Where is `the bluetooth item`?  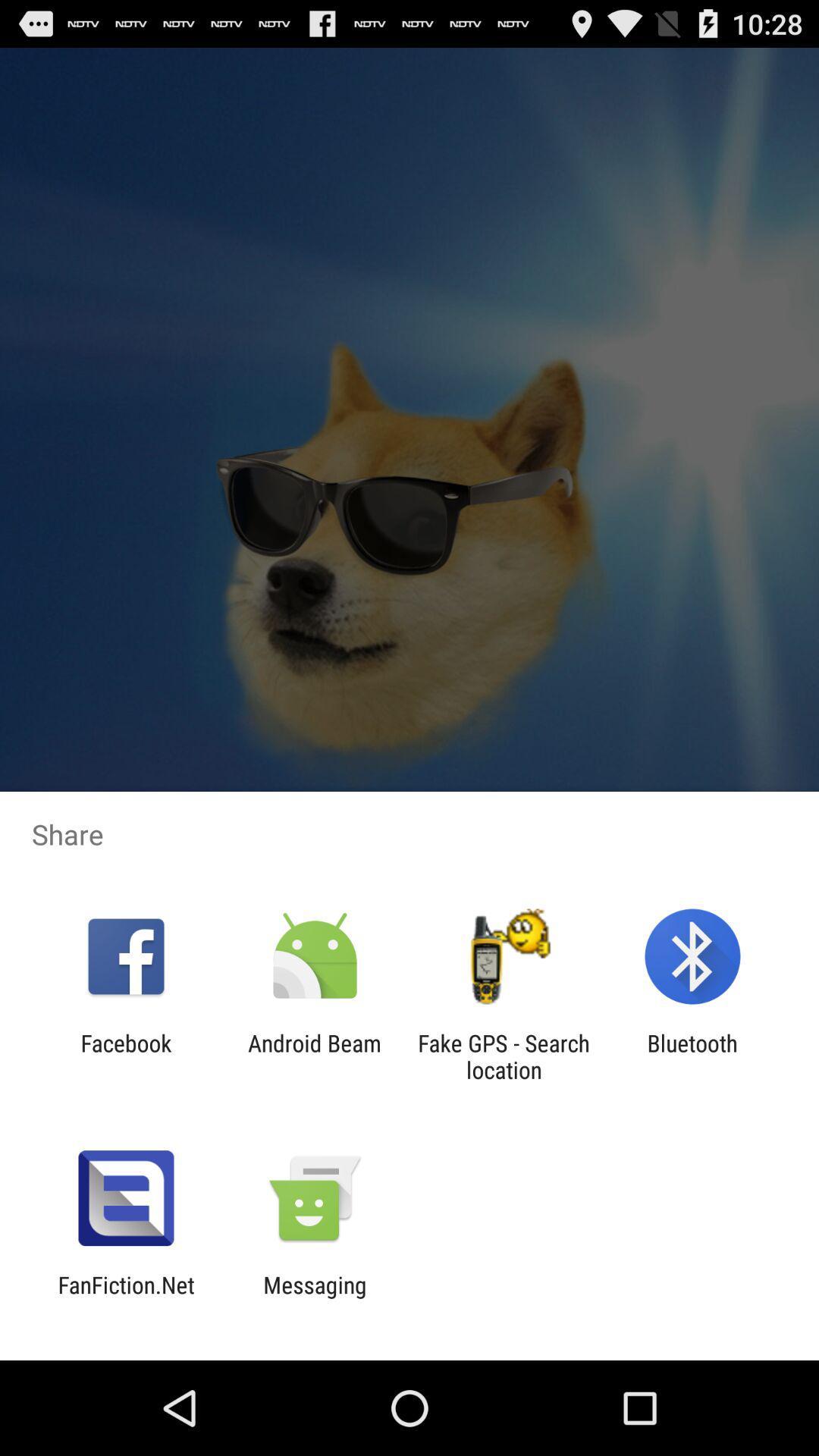 the bluetooth item is located at coordinates (692, 1056).